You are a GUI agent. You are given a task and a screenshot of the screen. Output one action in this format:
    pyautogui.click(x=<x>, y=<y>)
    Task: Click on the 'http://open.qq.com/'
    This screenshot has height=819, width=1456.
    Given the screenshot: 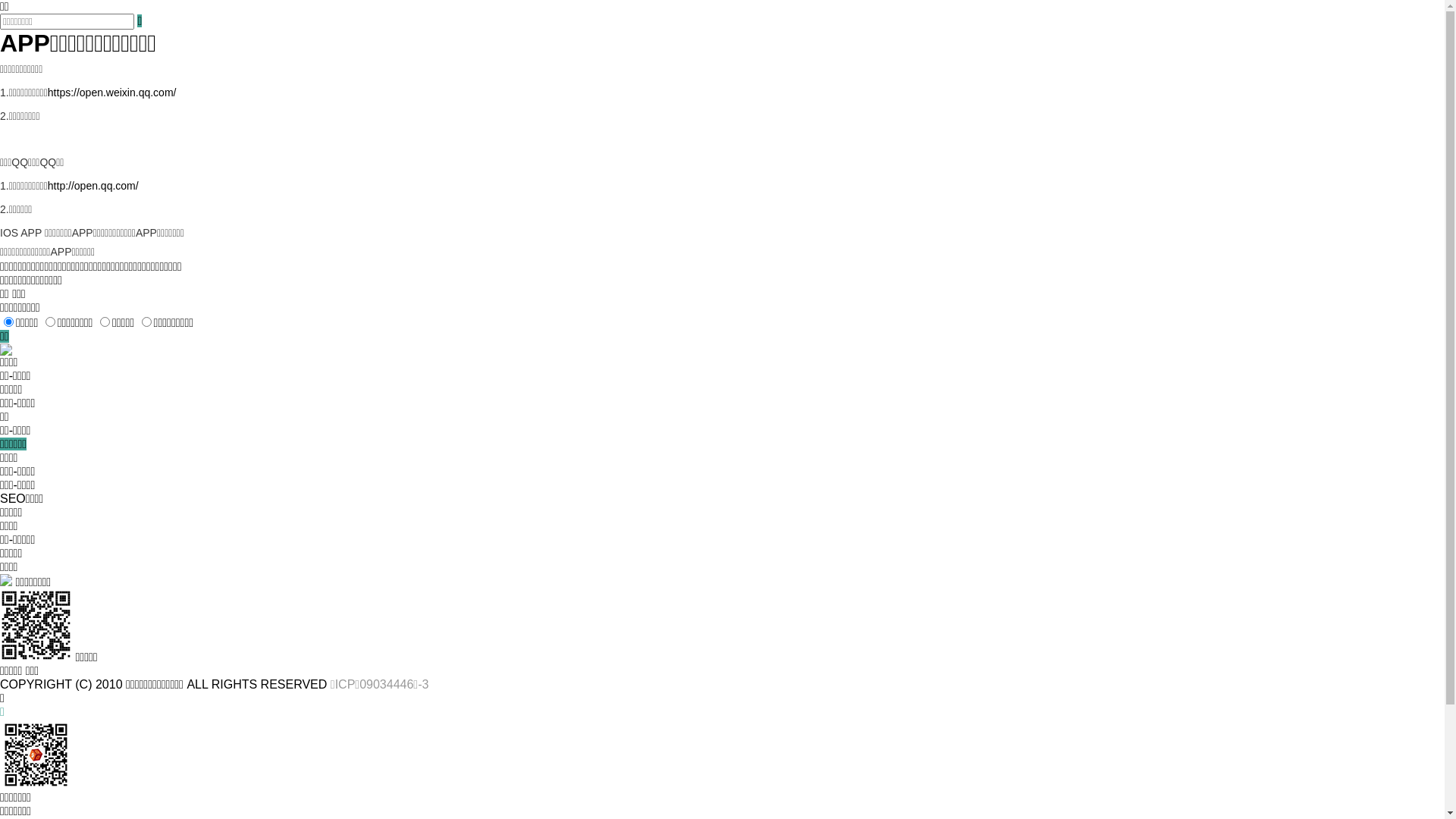 What is the action you would take?
    pyautogui.click(x=93, y=185)
    